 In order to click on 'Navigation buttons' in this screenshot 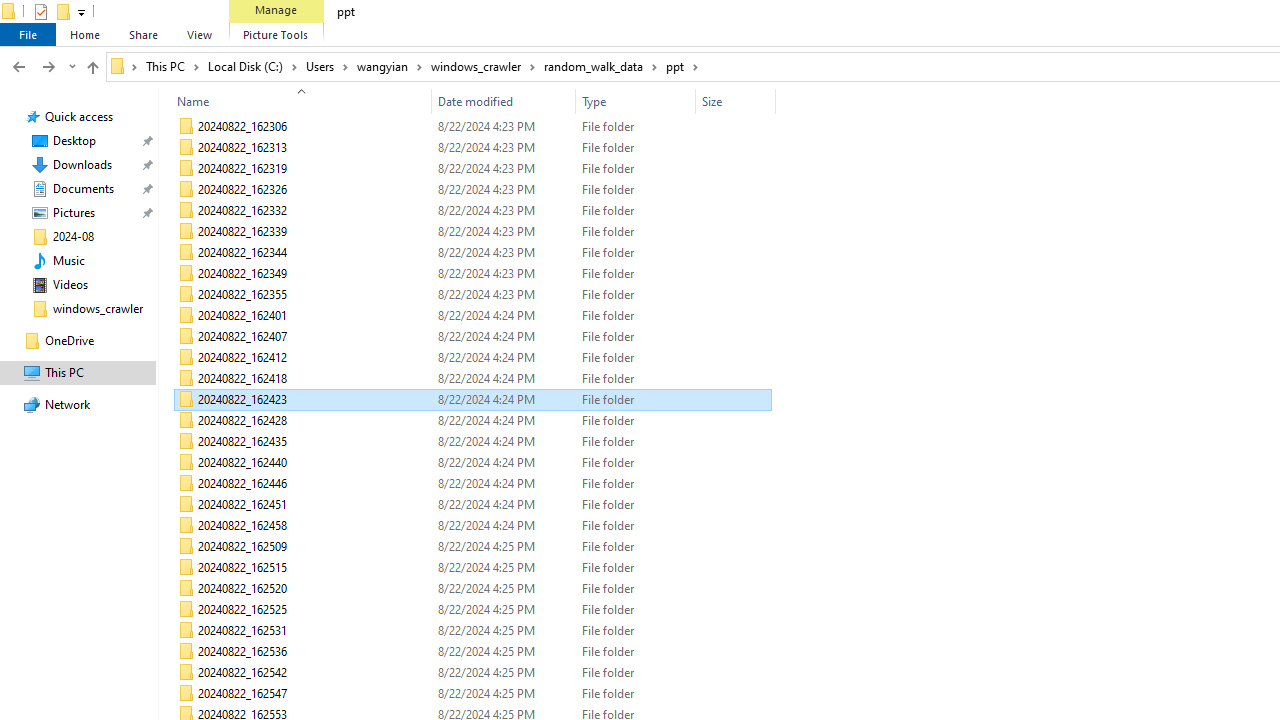, I will do `click(42, 65)`.